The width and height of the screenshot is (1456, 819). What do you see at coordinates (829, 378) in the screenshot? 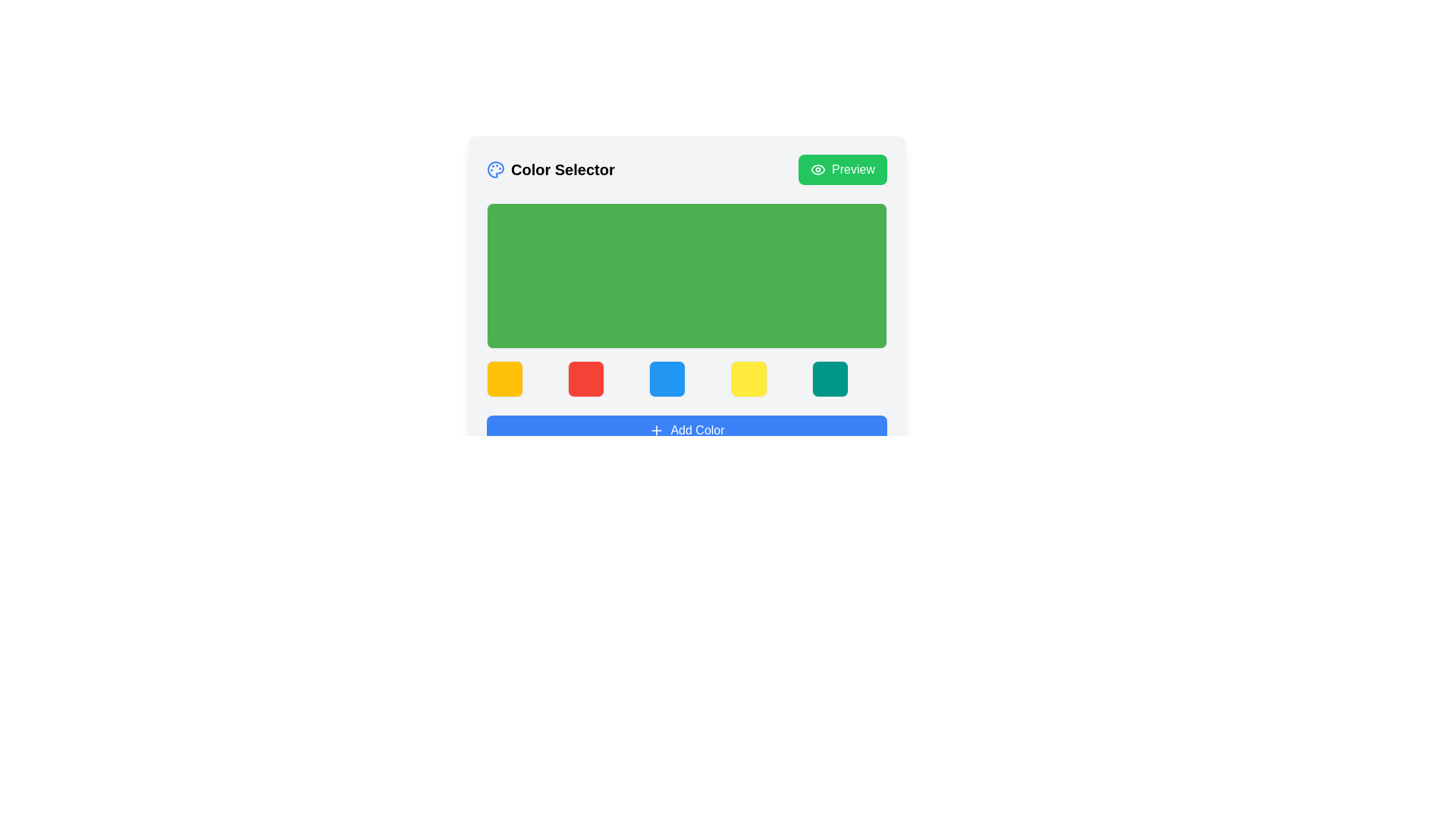
I see `the fifth button in the color selector` at bounding box center [829, 378].